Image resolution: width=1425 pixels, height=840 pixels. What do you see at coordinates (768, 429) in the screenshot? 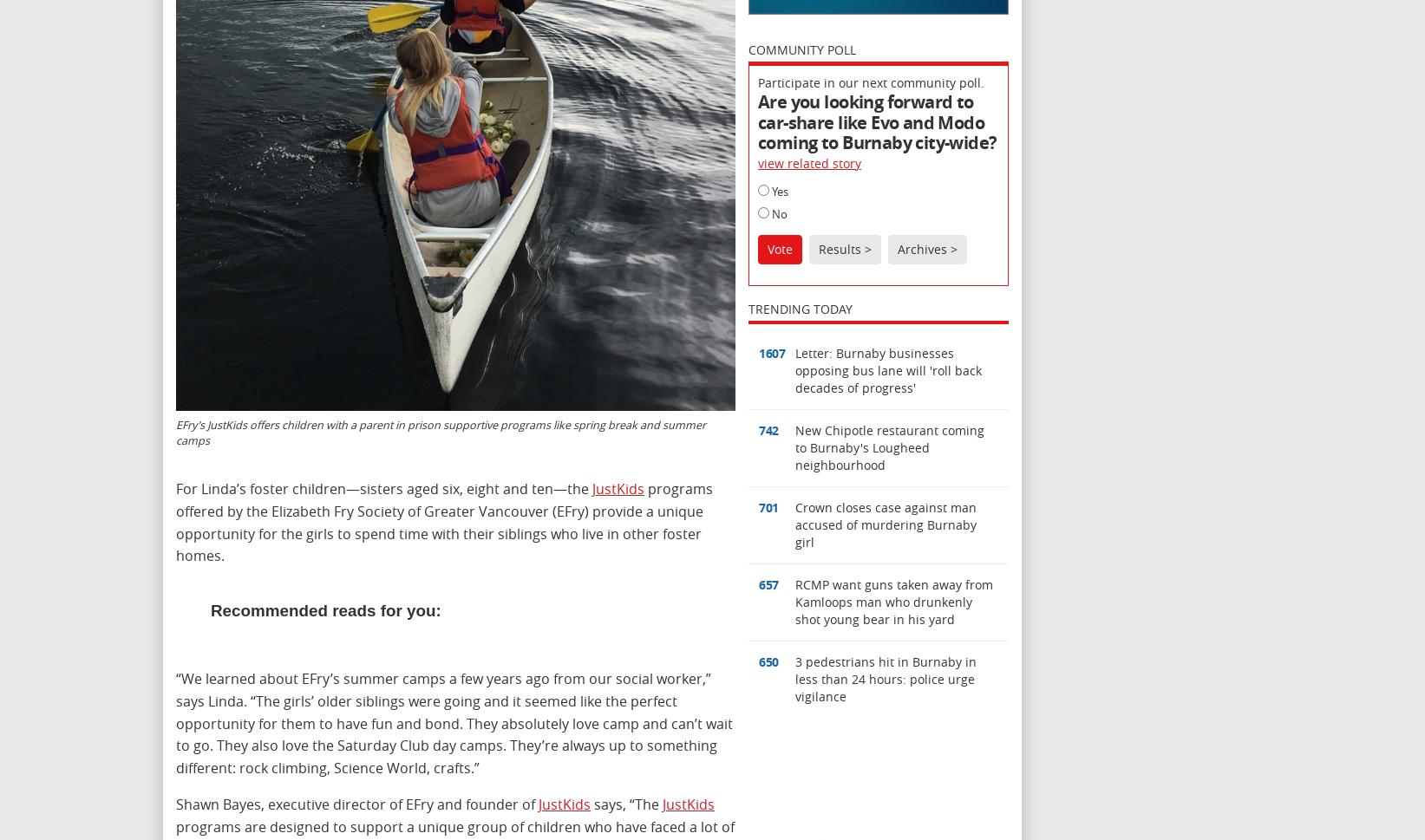
I see `'742'` at bounding box center [768, 429].